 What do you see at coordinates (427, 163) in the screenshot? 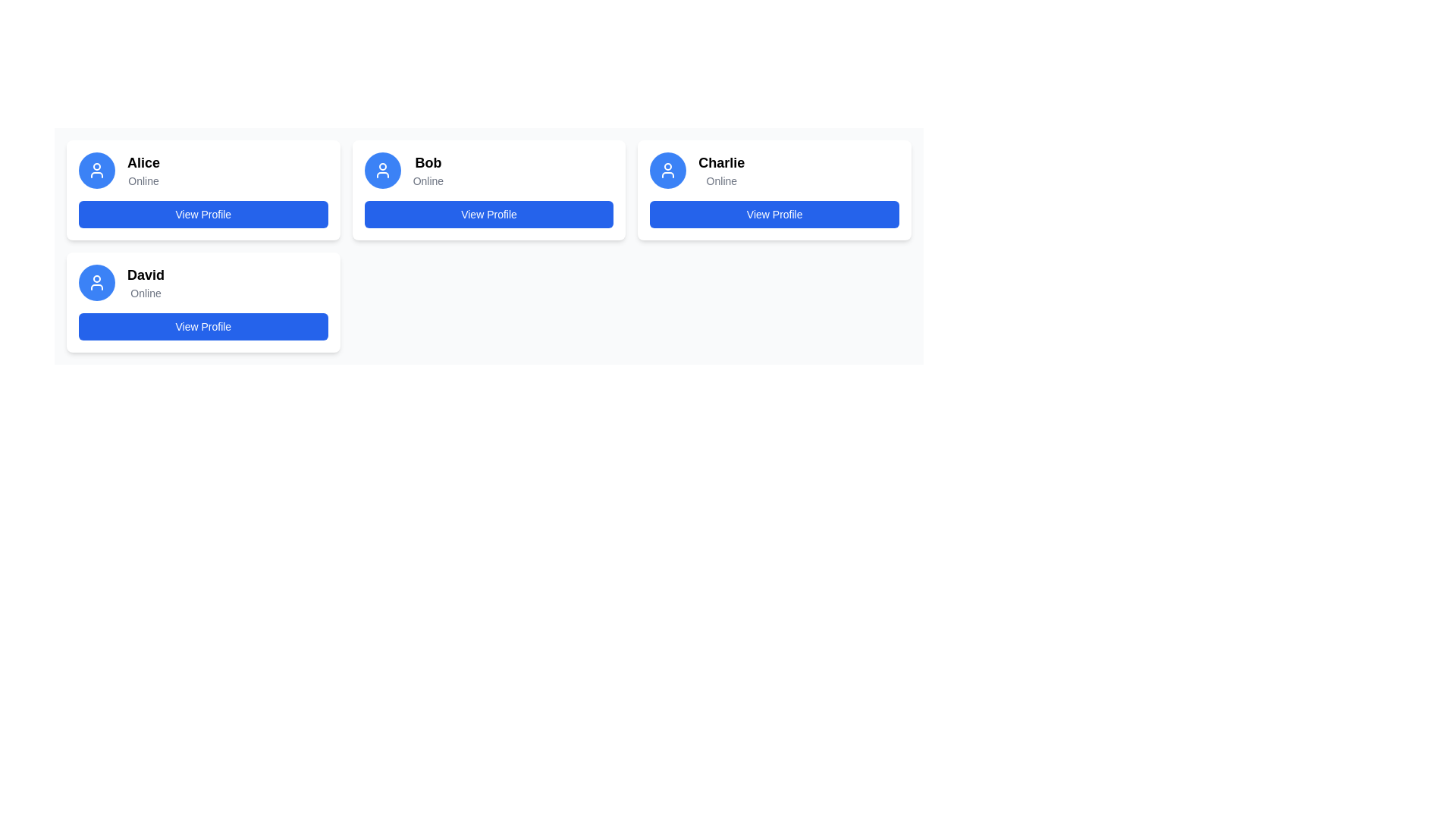
I see `the static text label displaying the profile name 'Bob', located above the 'Online' text in the profile tile` at bounding box center [427, 163].